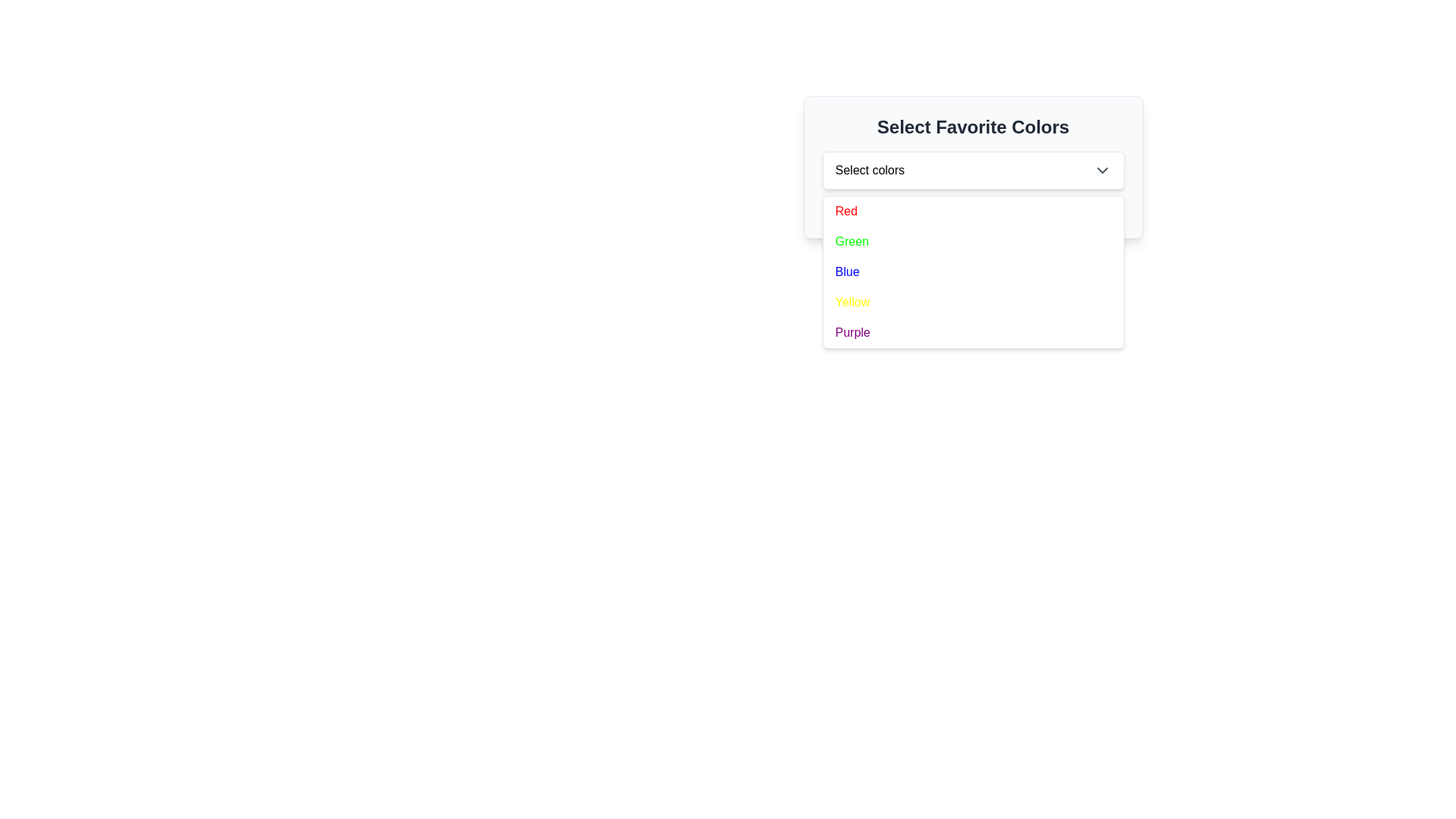 The width and height of the screenshot is (1456, 819). What do you see at coordinates (846, 271) in the screenshot?
I see `the third selectable option in the color preferences dropdown list, which represents the color 'Blue'` at bounding box center [846, 271].